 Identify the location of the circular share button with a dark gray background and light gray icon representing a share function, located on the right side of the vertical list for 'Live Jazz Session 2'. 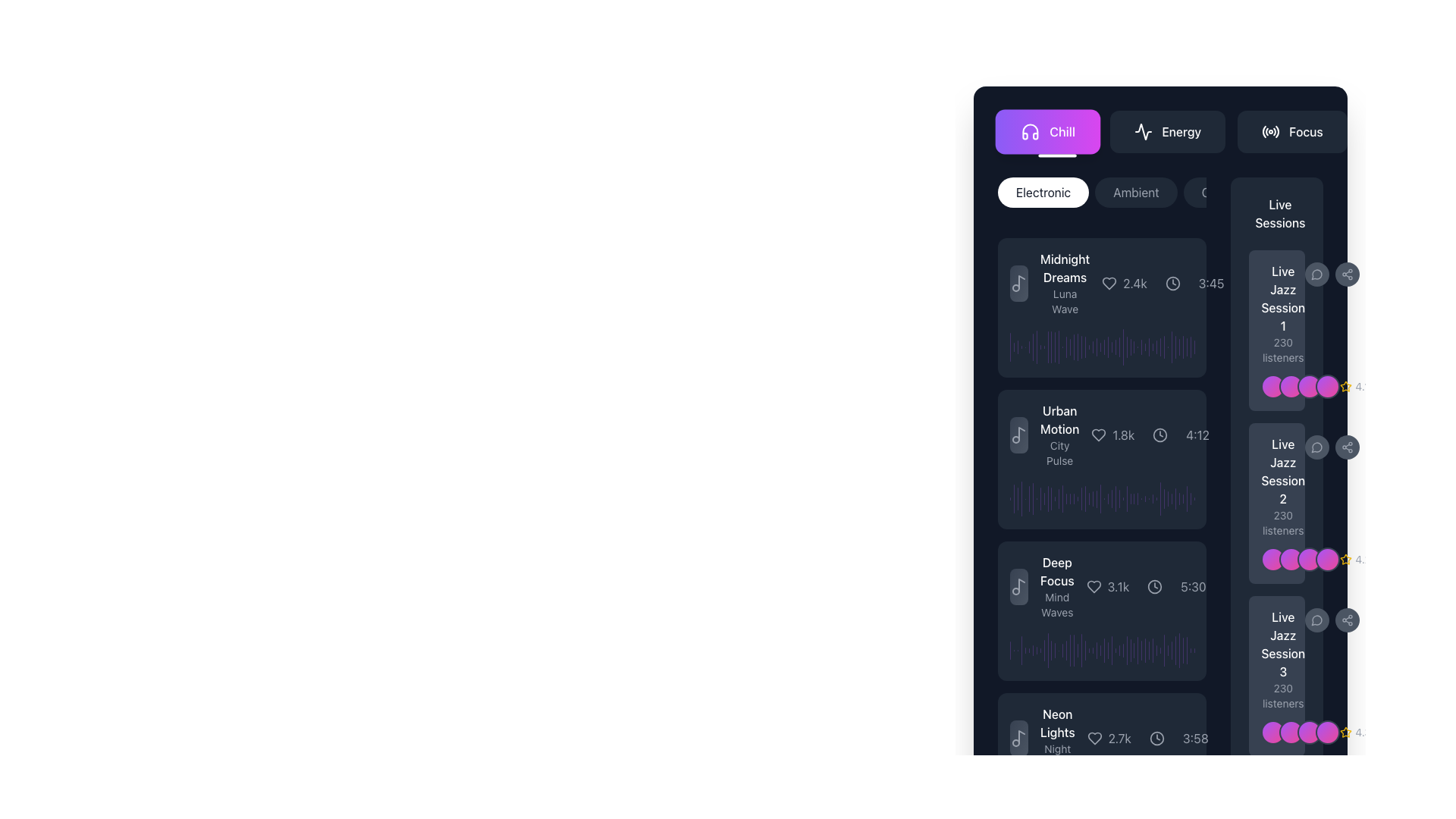
(1348, 447).